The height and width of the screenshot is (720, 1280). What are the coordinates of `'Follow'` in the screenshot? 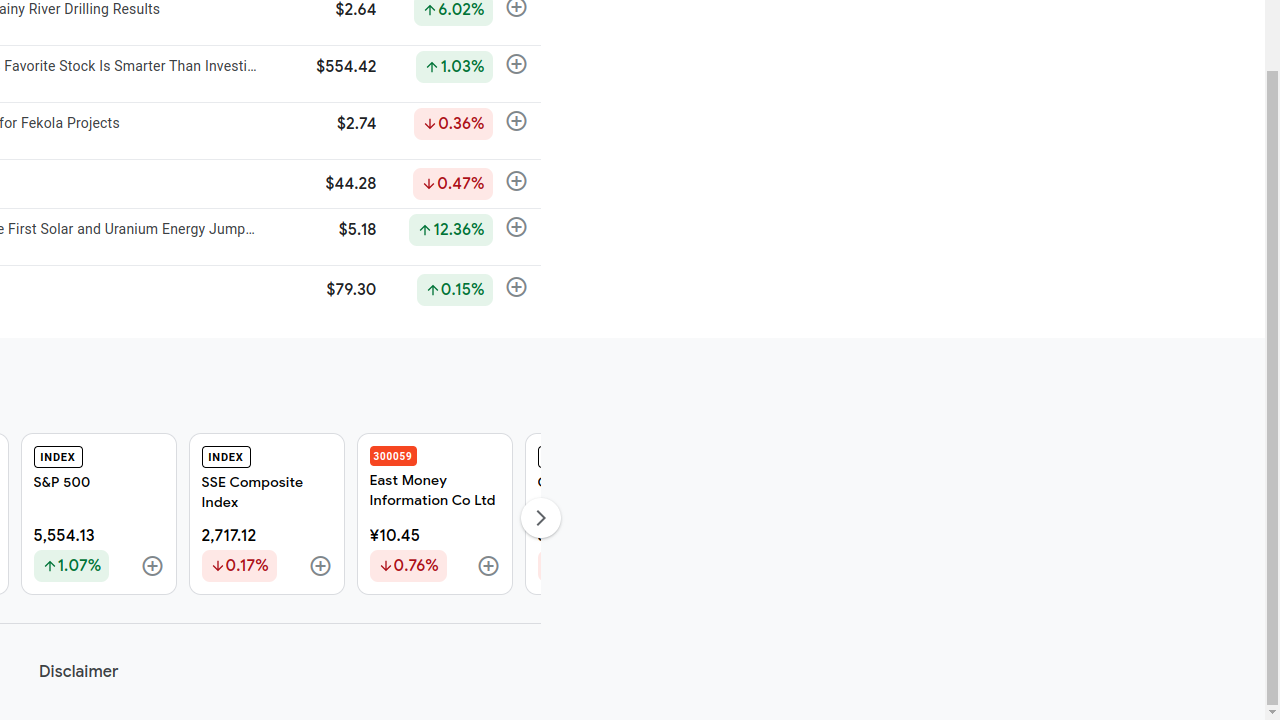 It's located at (488, 567).